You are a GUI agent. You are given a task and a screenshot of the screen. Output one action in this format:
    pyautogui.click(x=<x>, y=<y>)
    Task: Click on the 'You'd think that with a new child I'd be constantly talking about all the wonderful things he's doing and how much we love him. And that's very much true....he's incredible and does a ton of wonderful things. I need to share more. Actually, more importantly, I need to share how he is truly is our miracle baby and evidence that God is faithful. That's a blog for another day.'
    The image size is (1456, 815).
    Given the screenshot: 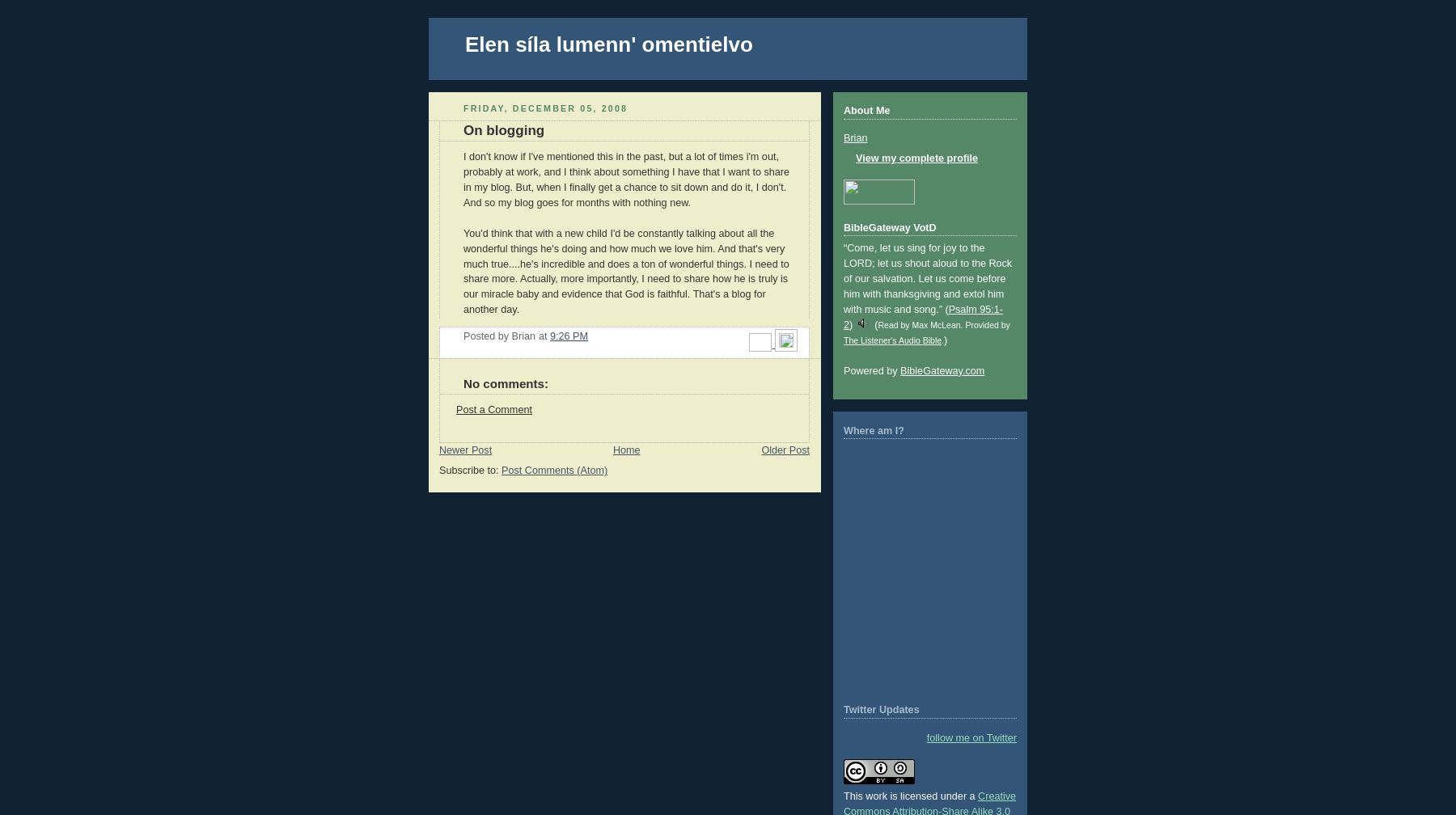 What is the action you would take?
    pyautogui.click(x=625, y=271)
    